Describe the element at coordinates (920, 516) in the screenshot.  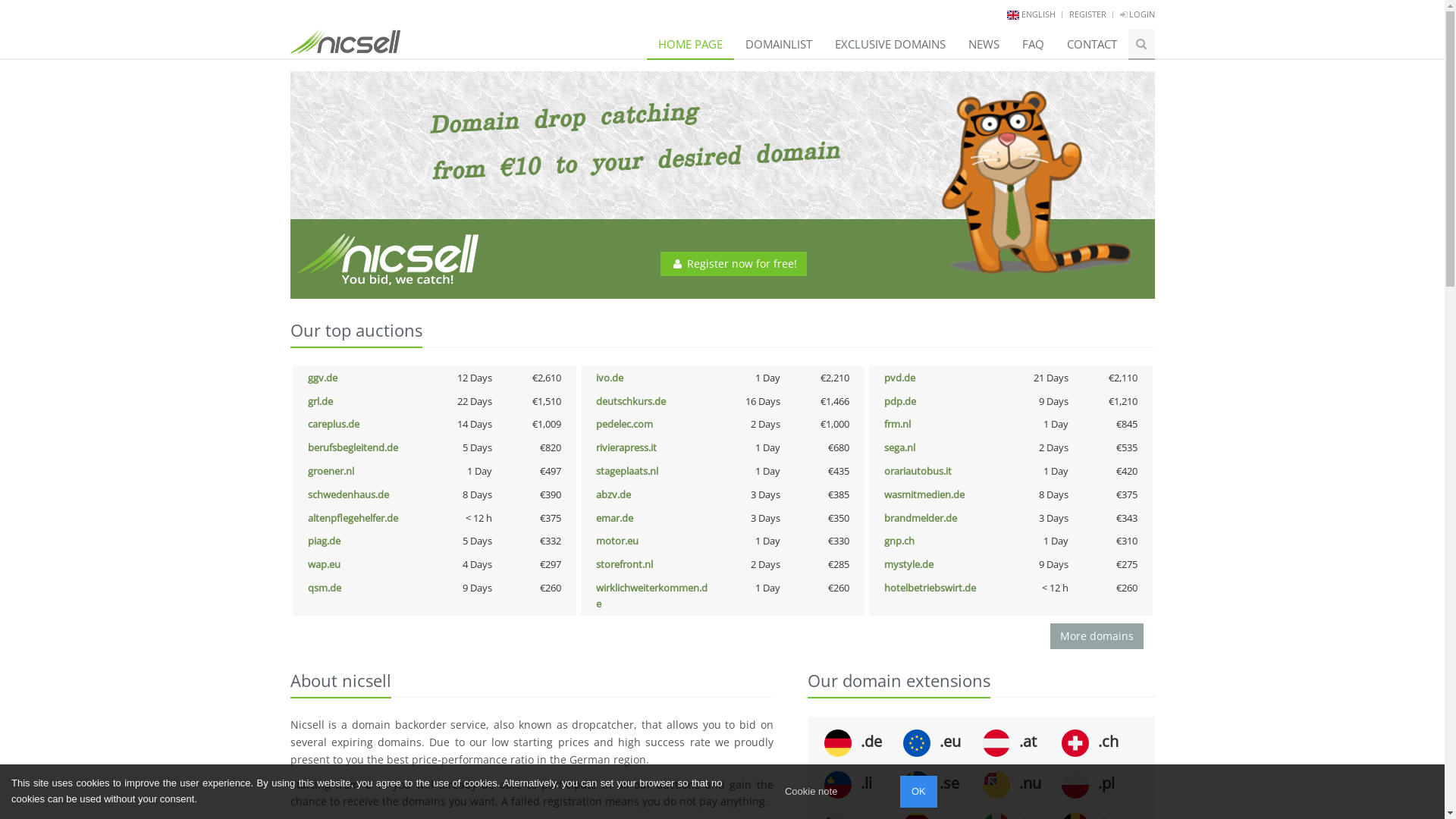
I see `'brandmelder.de'` at that location.